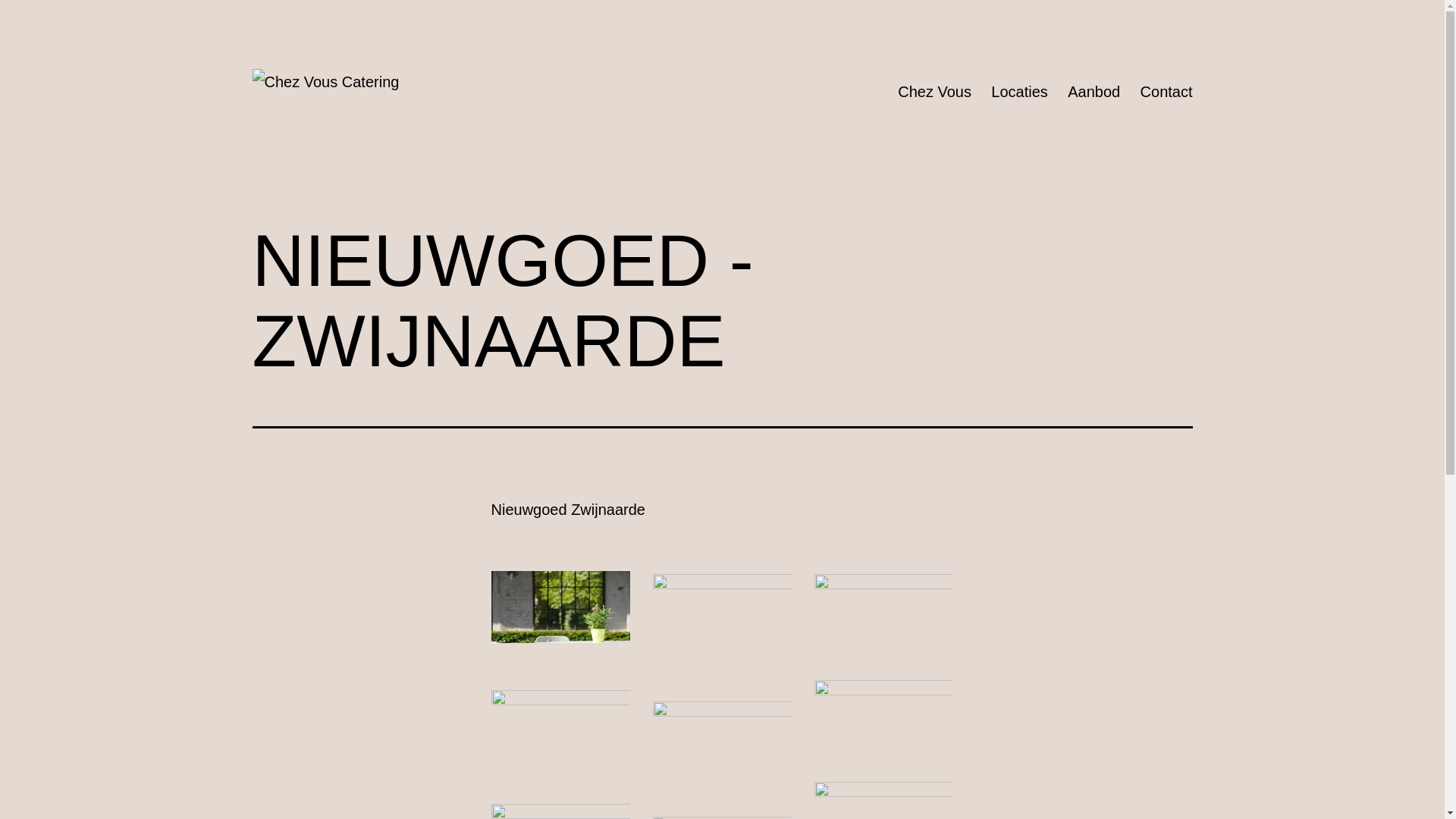 The width and height of the screenshot is (1456, 819). I want to click on 'Chez Vous', so click(934, 92).